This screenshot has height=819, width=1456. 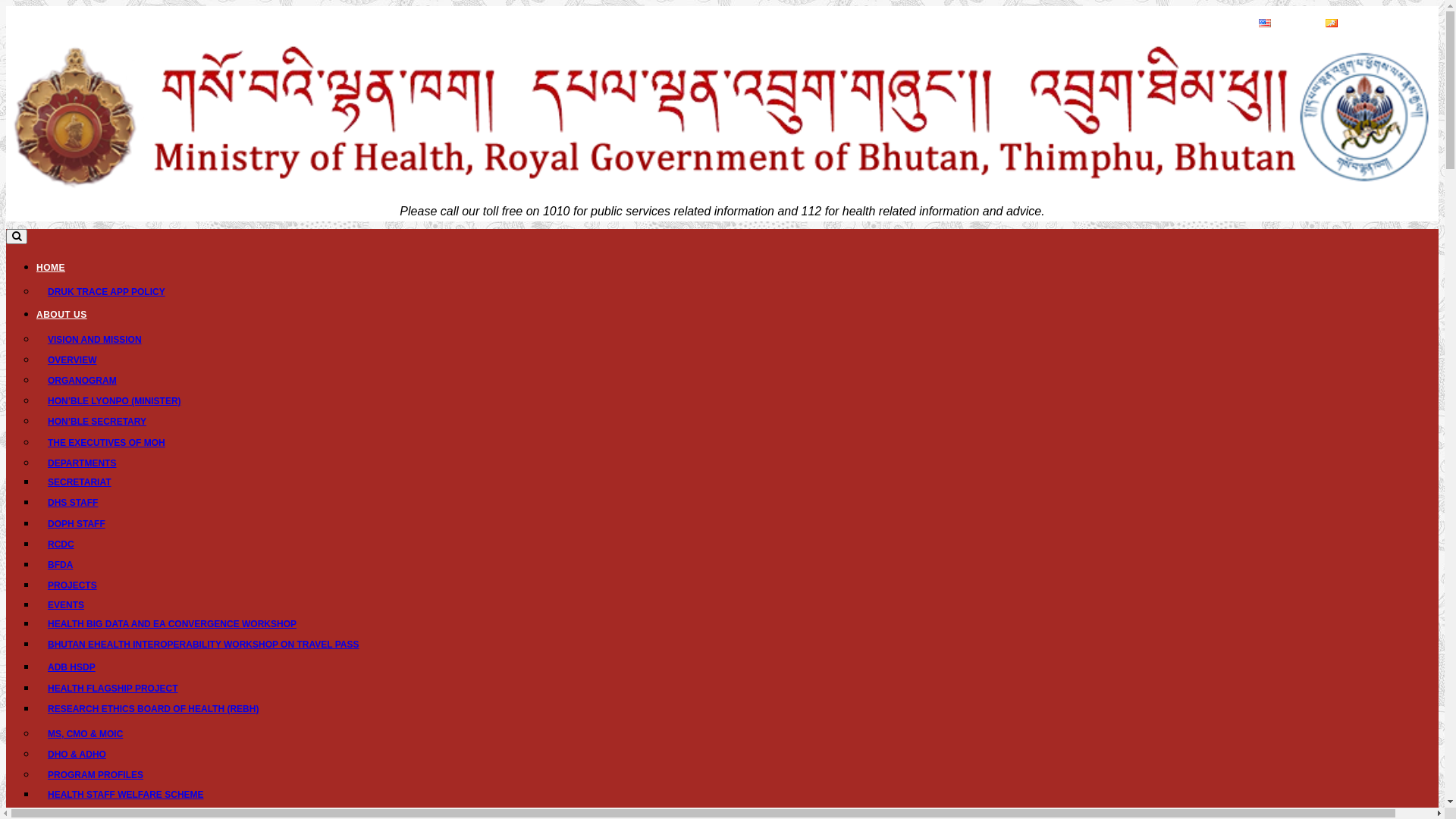 What do you see at coordinates (79, 584) in the screenshot?
I see `'PROJECTS'` at bounding box center [79, 584].